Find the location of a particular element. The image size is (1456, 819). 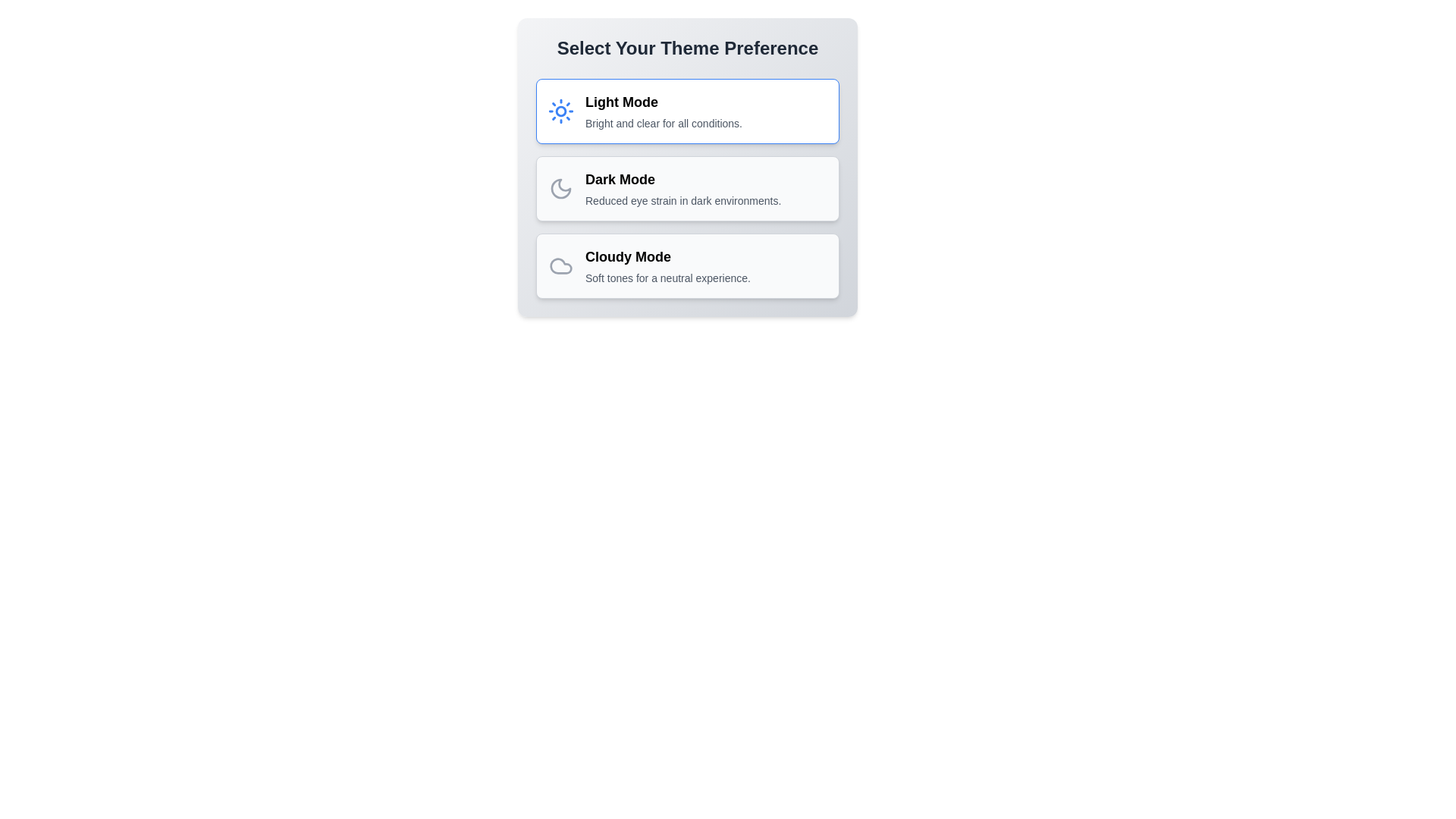

the minimalist gray cloud icon located on the left side of the 'Cloudy Mode' option in the theme selection list is located at coordinates (560, 265).